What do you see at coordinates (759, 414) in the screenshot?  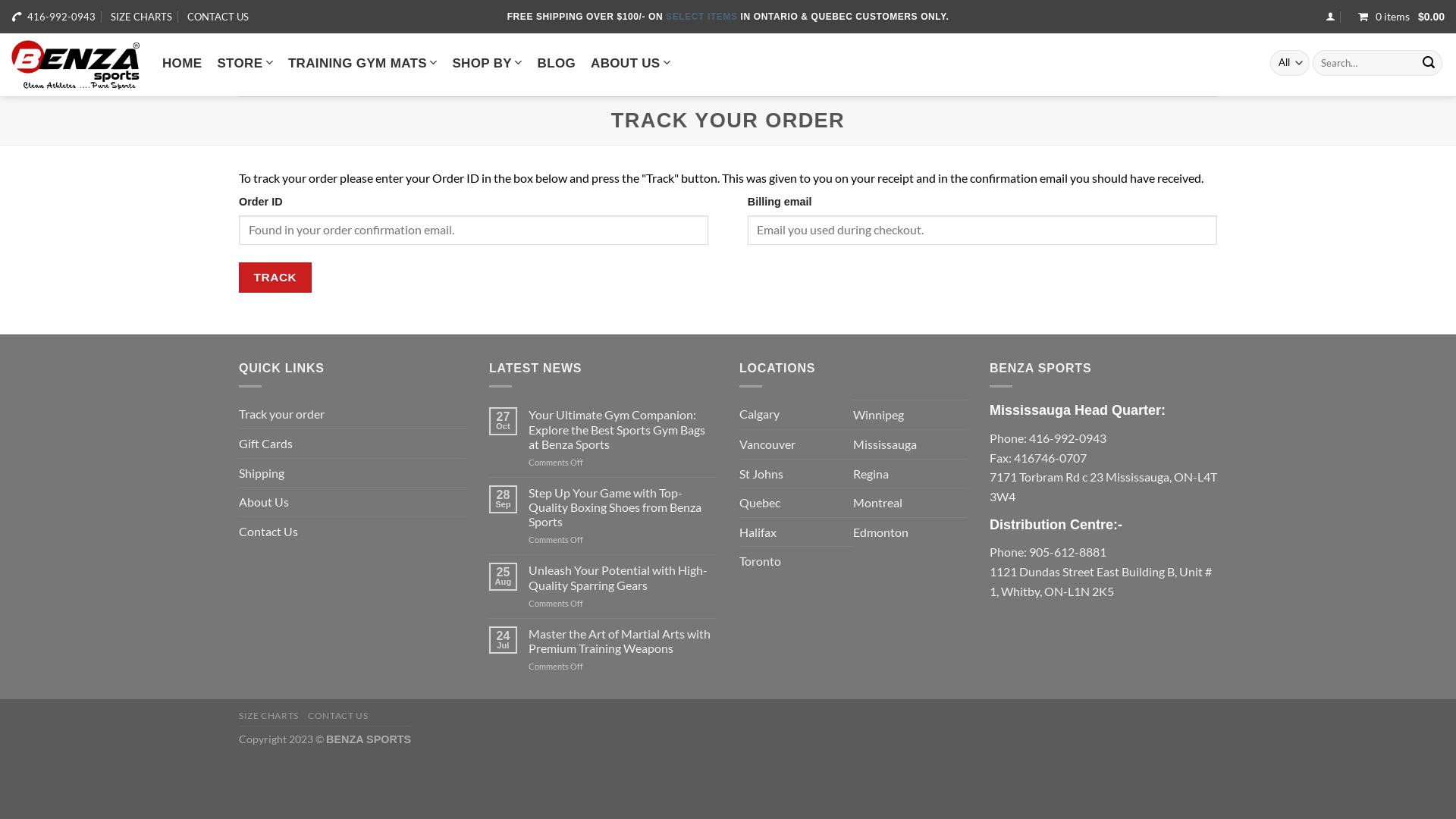 I see `'Calgary'` at bounding box center [759, 414].